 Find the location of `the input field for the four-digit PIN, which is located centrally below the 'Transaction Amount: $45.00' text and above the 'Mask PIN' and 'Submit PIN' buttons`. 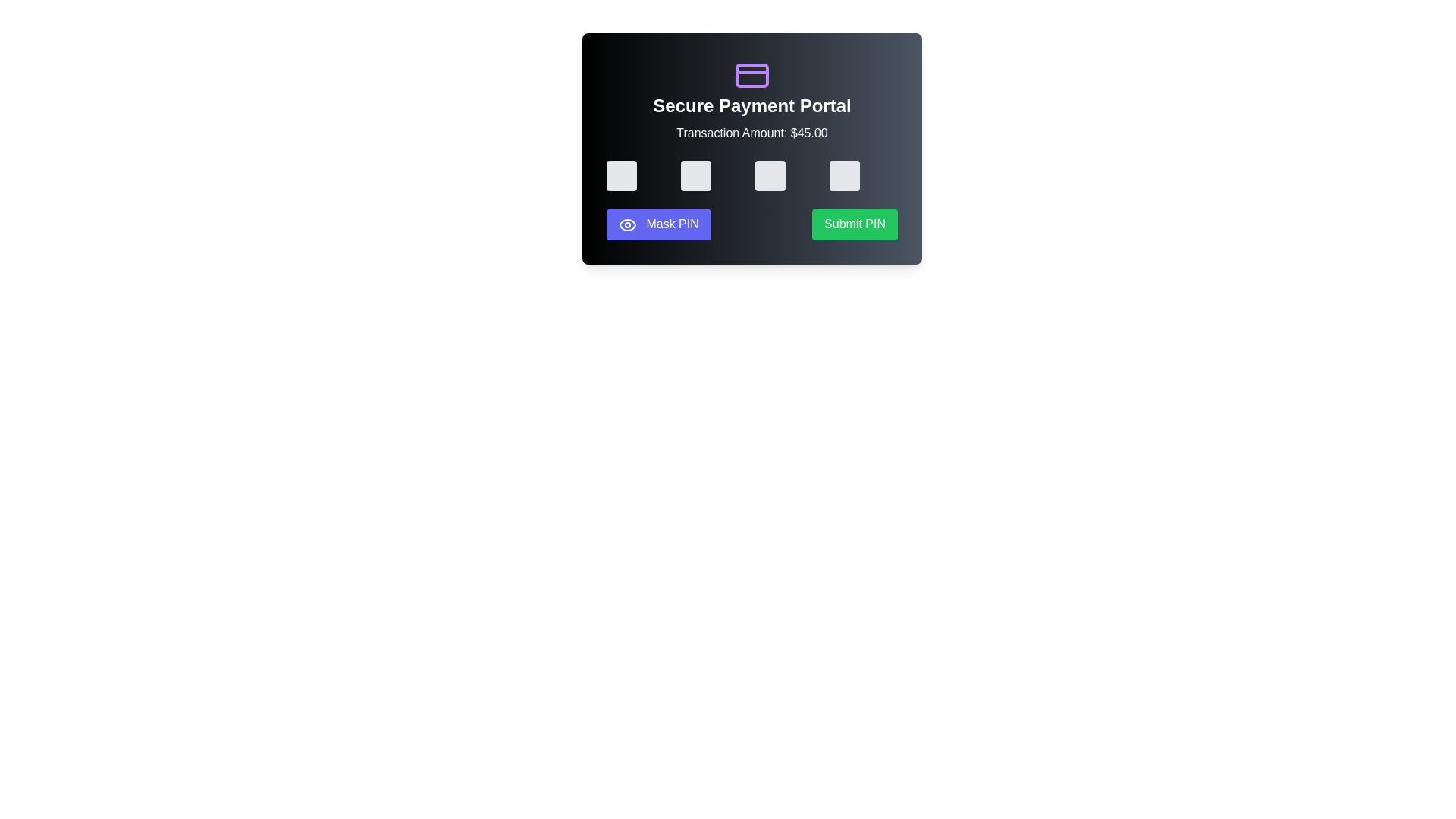

the input field for the four-digit PIN, which is located centrally below the 'Transaction Amount: $45.00' text and above the 'Mask PIN' and 'Submit PIN' buttons is located at coordinates (752, 174).